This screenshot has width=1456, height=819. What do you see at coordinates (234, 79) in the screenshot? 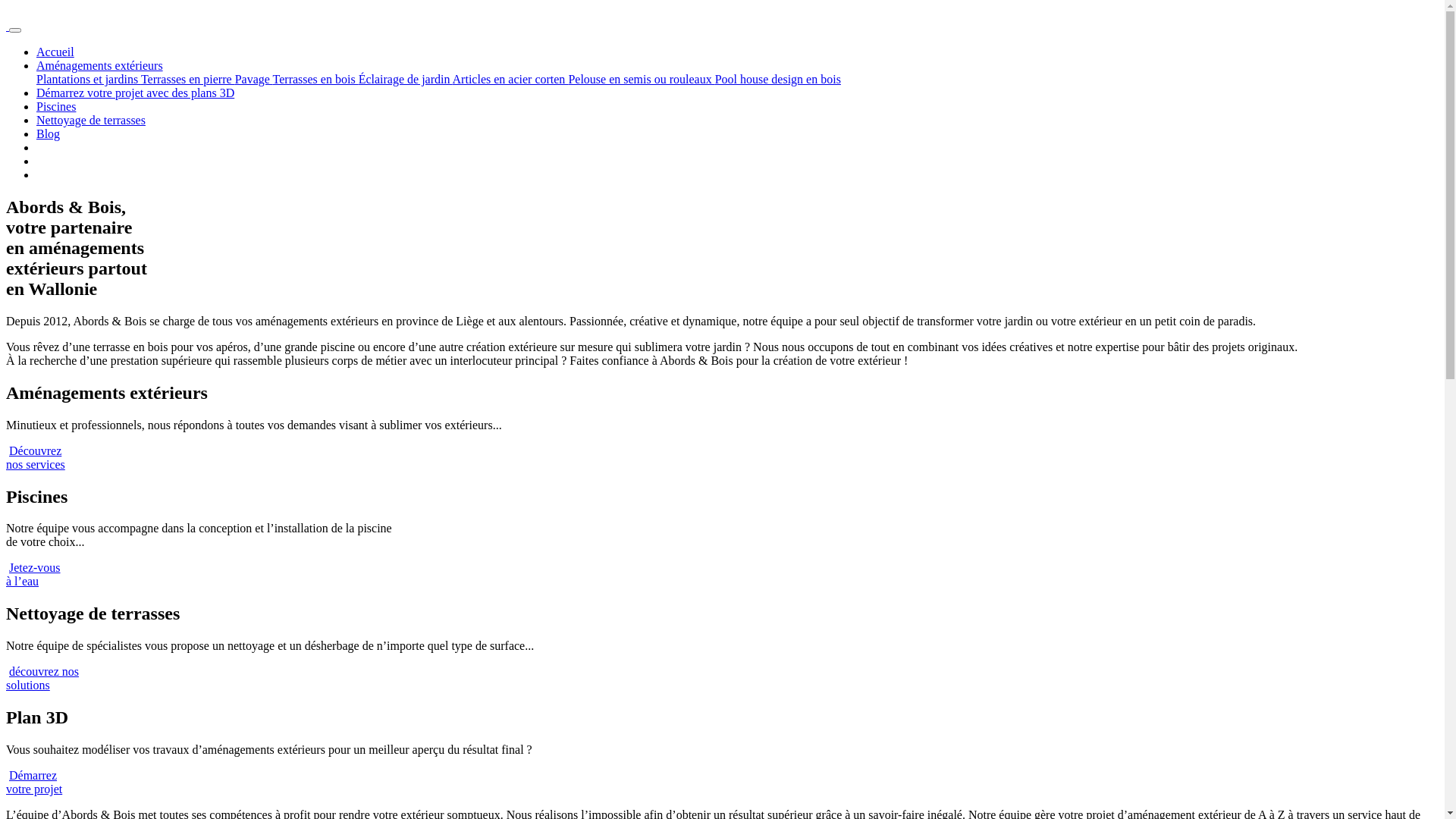
I see `'Pavage'` at bounding box center [234, 79].